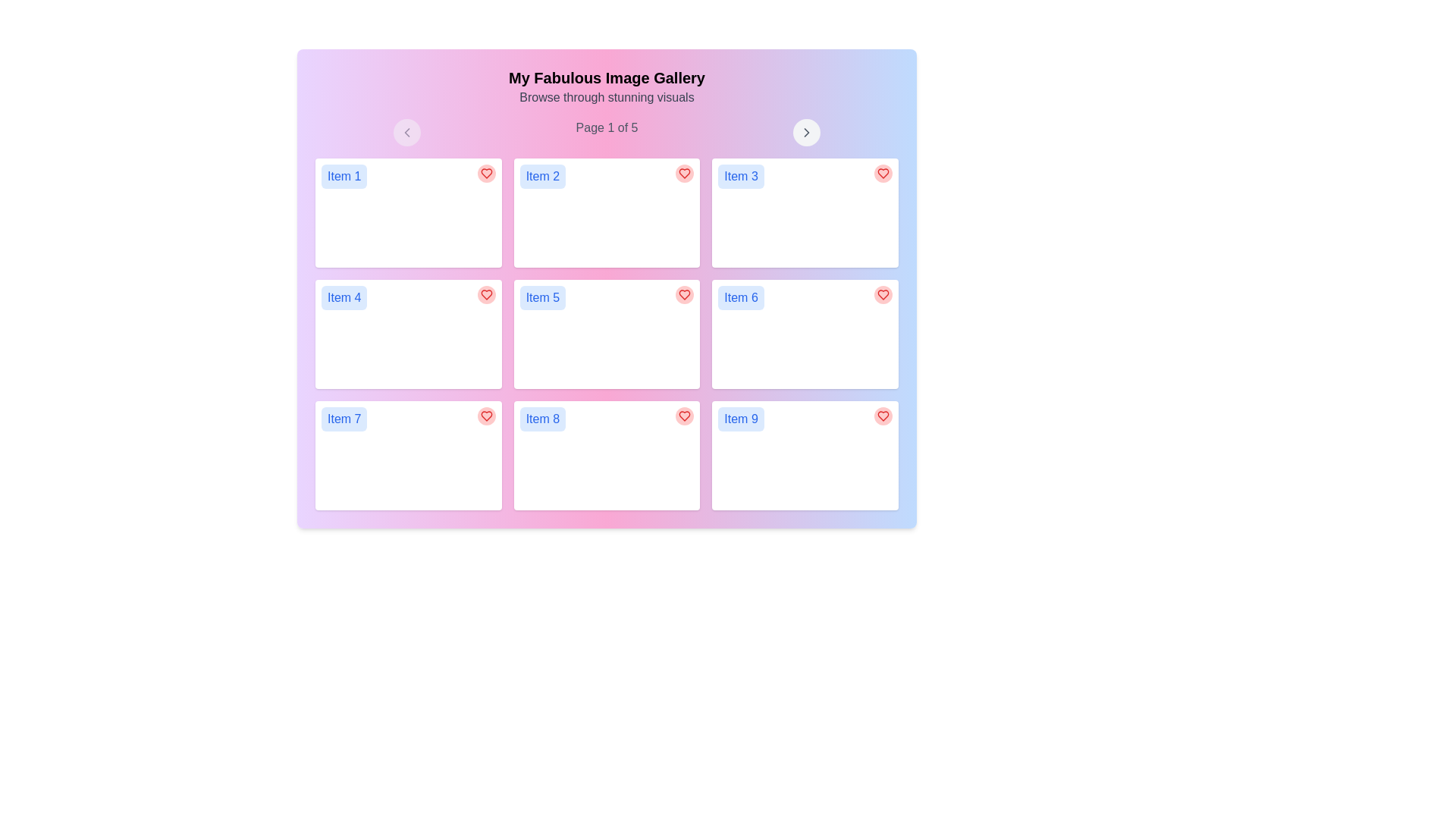 The image size is (1456, 819). What do you see at coordinates (607, 333) in the screenshot?
I see `items within the grid layout that is centrally located below the title 'My Fabulous Image Gallery' and pagination information ('Page 1 of 5')` at bounding box center [607, 333].